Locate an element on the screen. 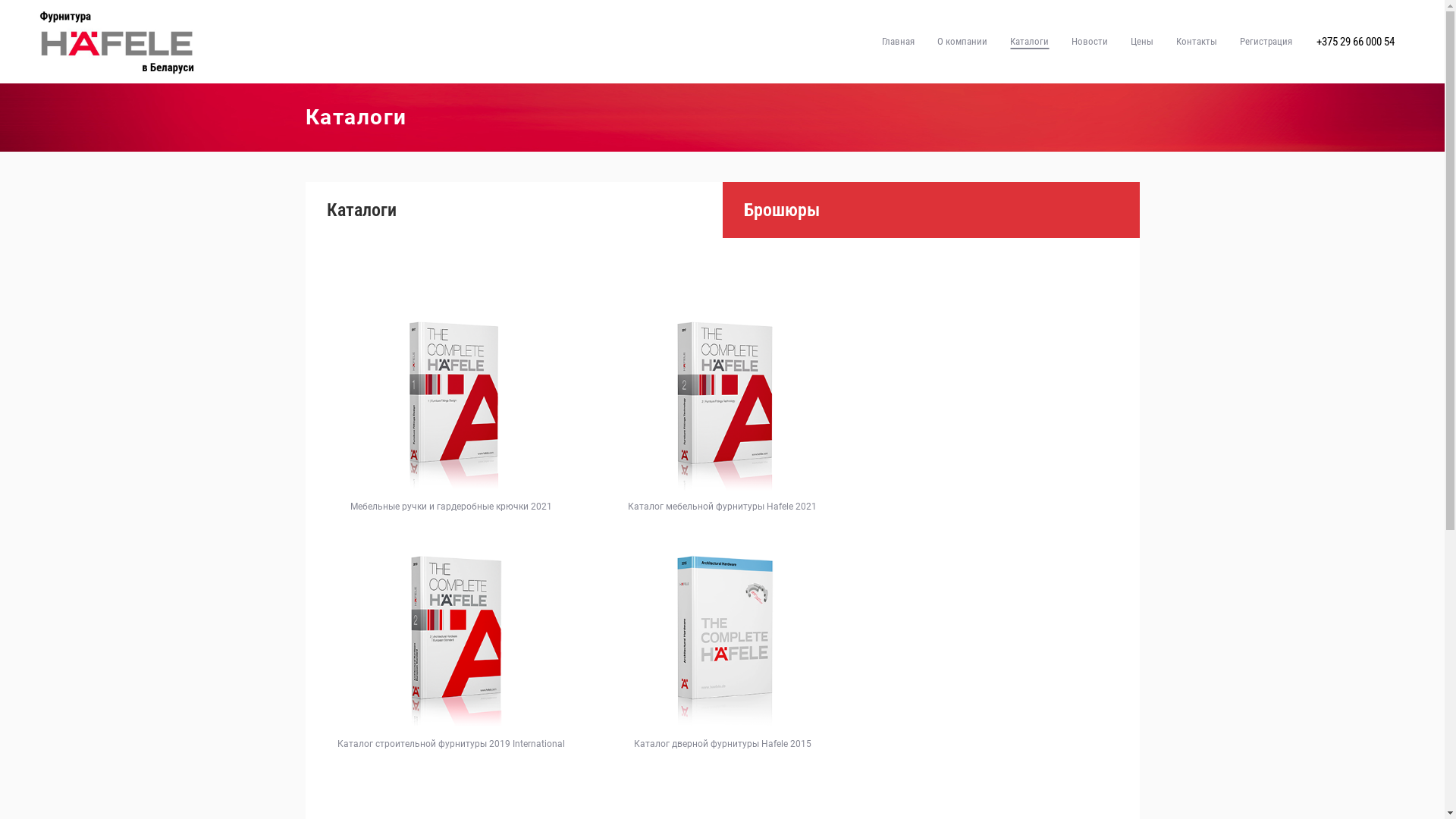 The image size is (1456, 819). '+375 29 66 000 54' is located at coordinates (1355, 40).